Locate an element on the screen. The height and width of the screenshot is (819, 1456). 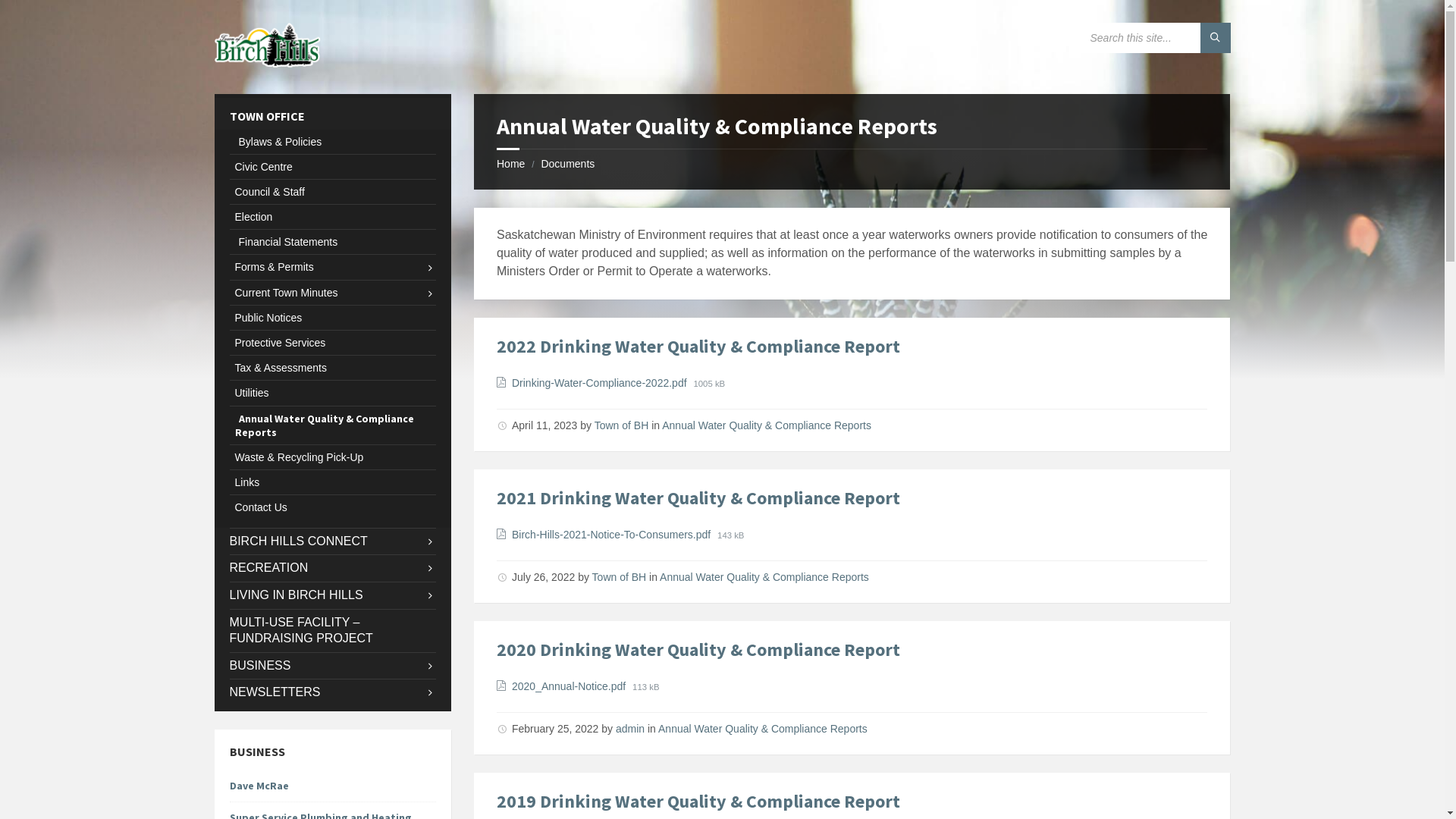
'admin' is located at coordinates (615, 727).